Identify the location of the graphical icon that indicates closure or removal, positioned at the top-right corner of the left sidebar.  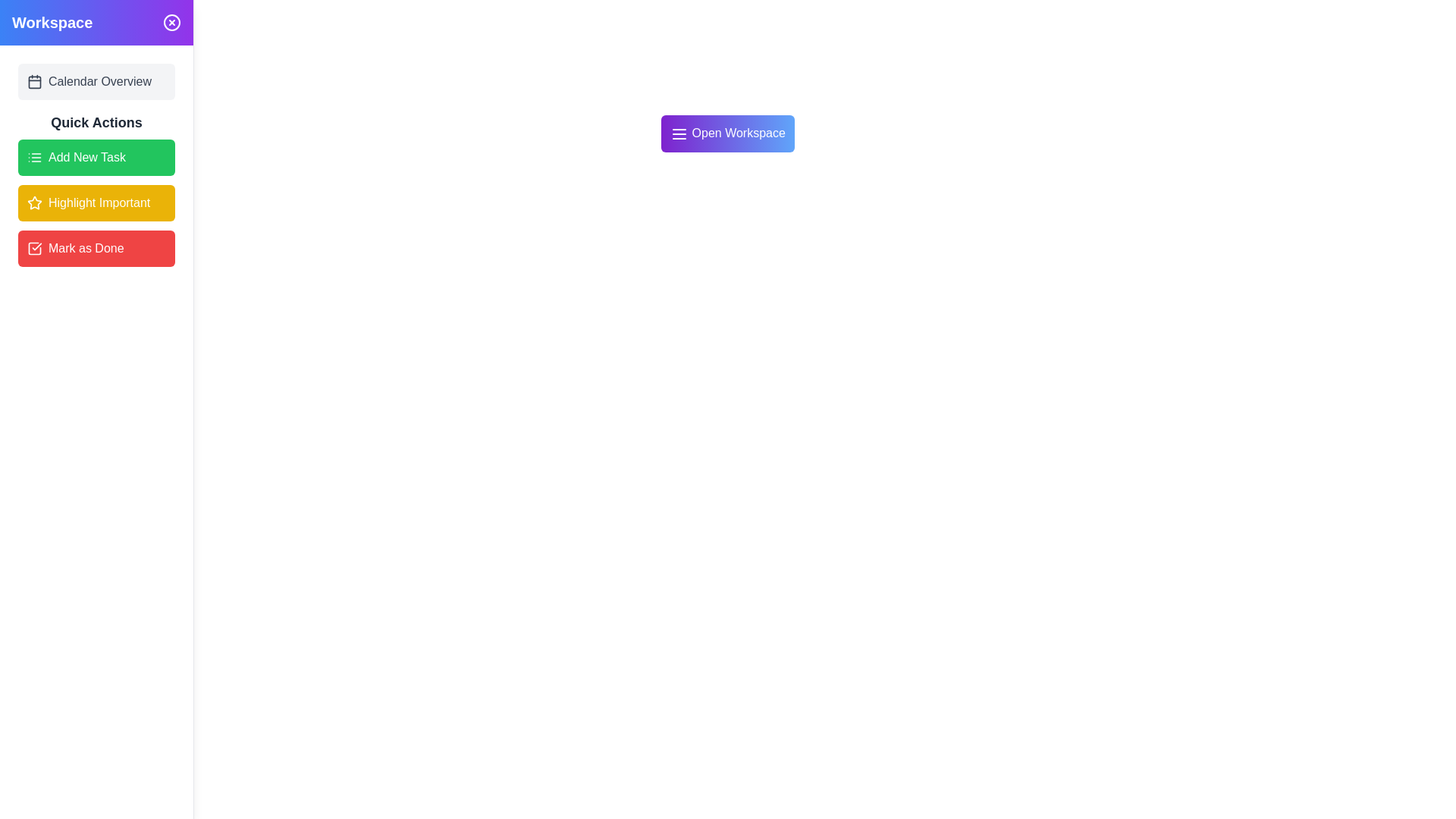
(171, 23).